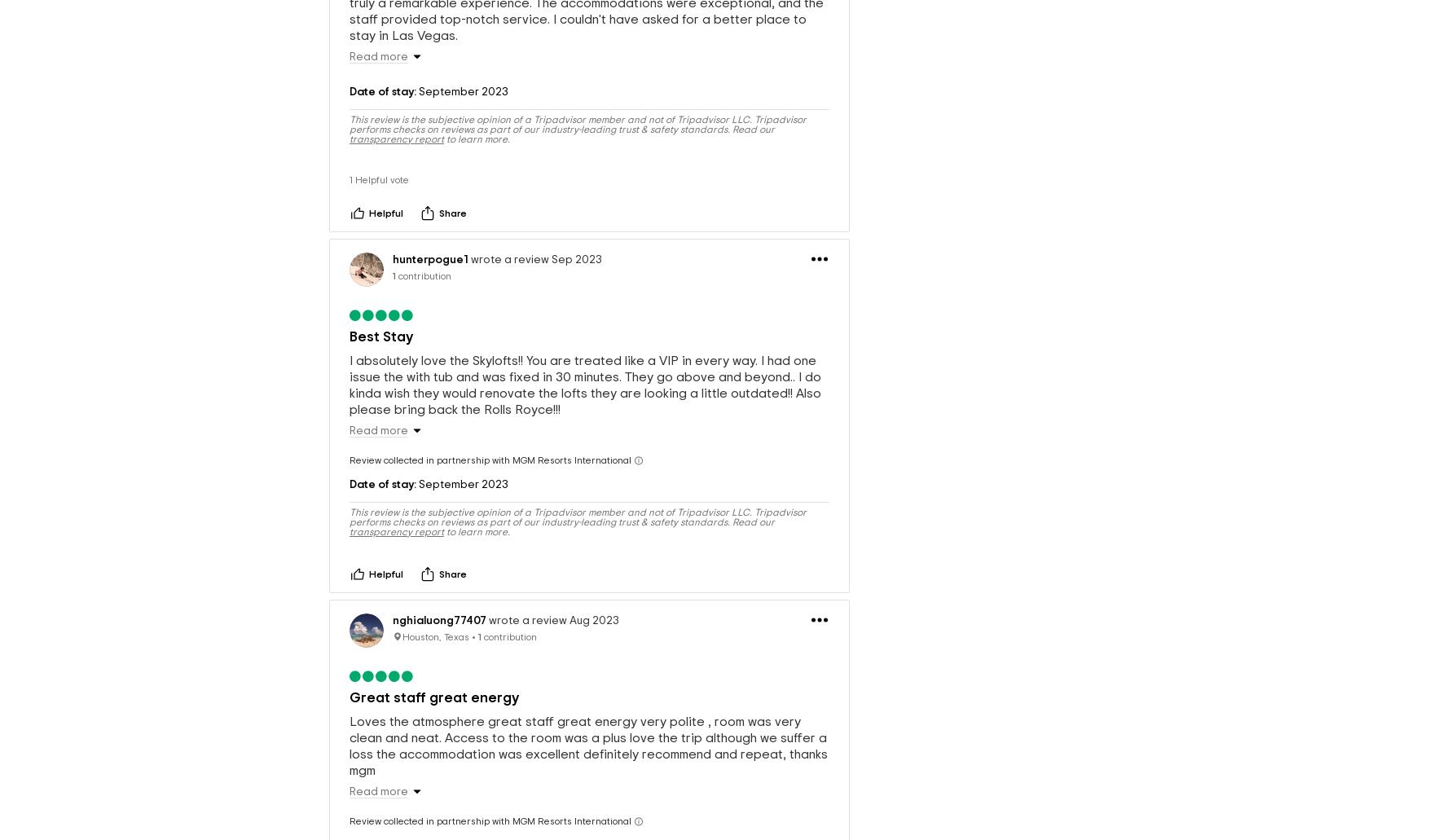 The image size is (1447, 840). What do you see at coordinates (552, 593) in the screenshot?
I see `'wrote a review Aug 2023'` at bounding box center [552, 593].